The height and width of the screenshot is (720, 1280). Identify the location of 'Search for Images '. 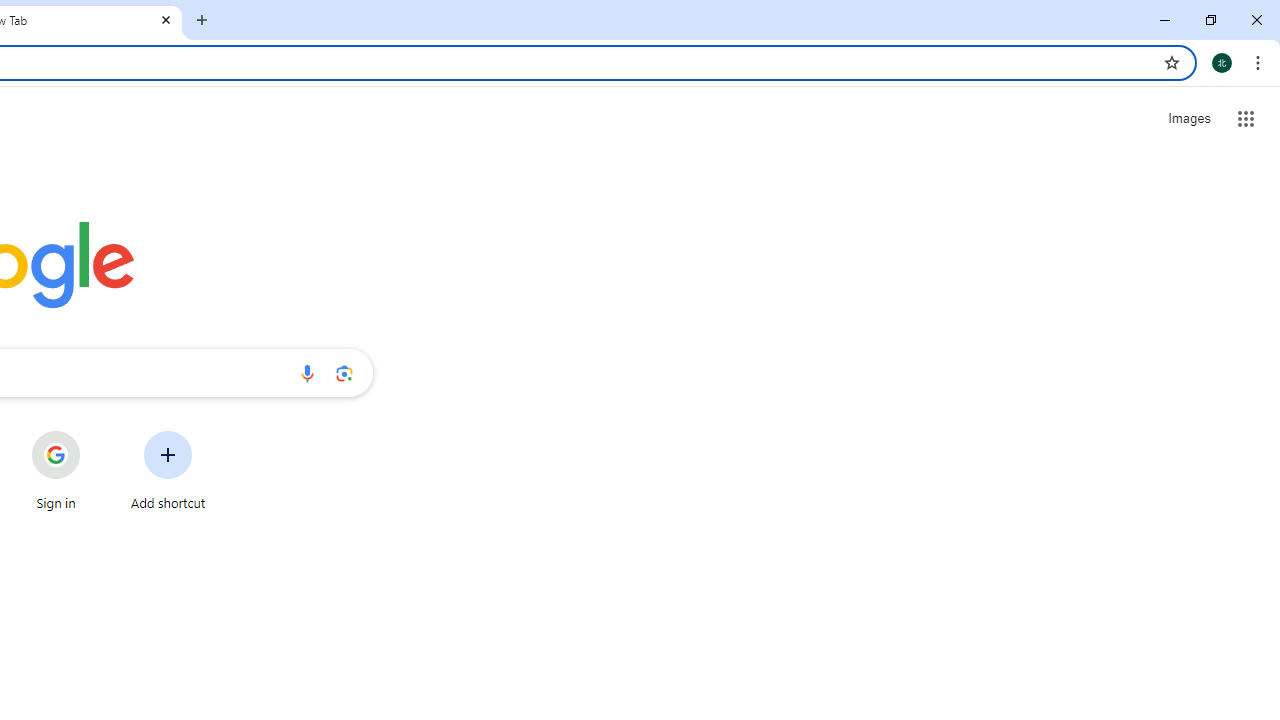
(1189, 119).